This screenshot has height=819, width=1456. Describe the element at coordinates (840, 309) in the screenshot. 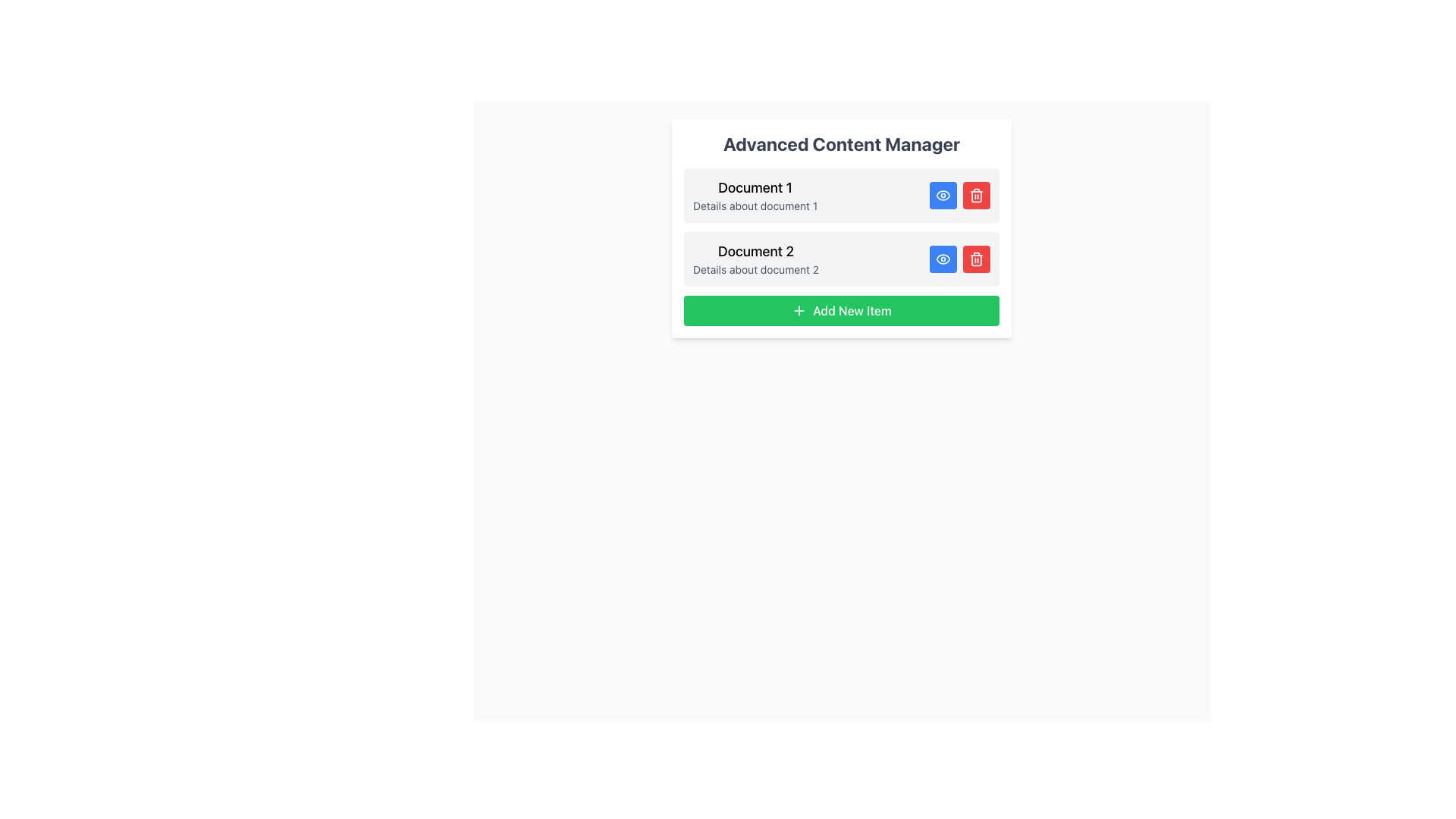

I see `the 'Add New Item' button located at the bottom of the 'Advanced Content Manager' card by` at that location.